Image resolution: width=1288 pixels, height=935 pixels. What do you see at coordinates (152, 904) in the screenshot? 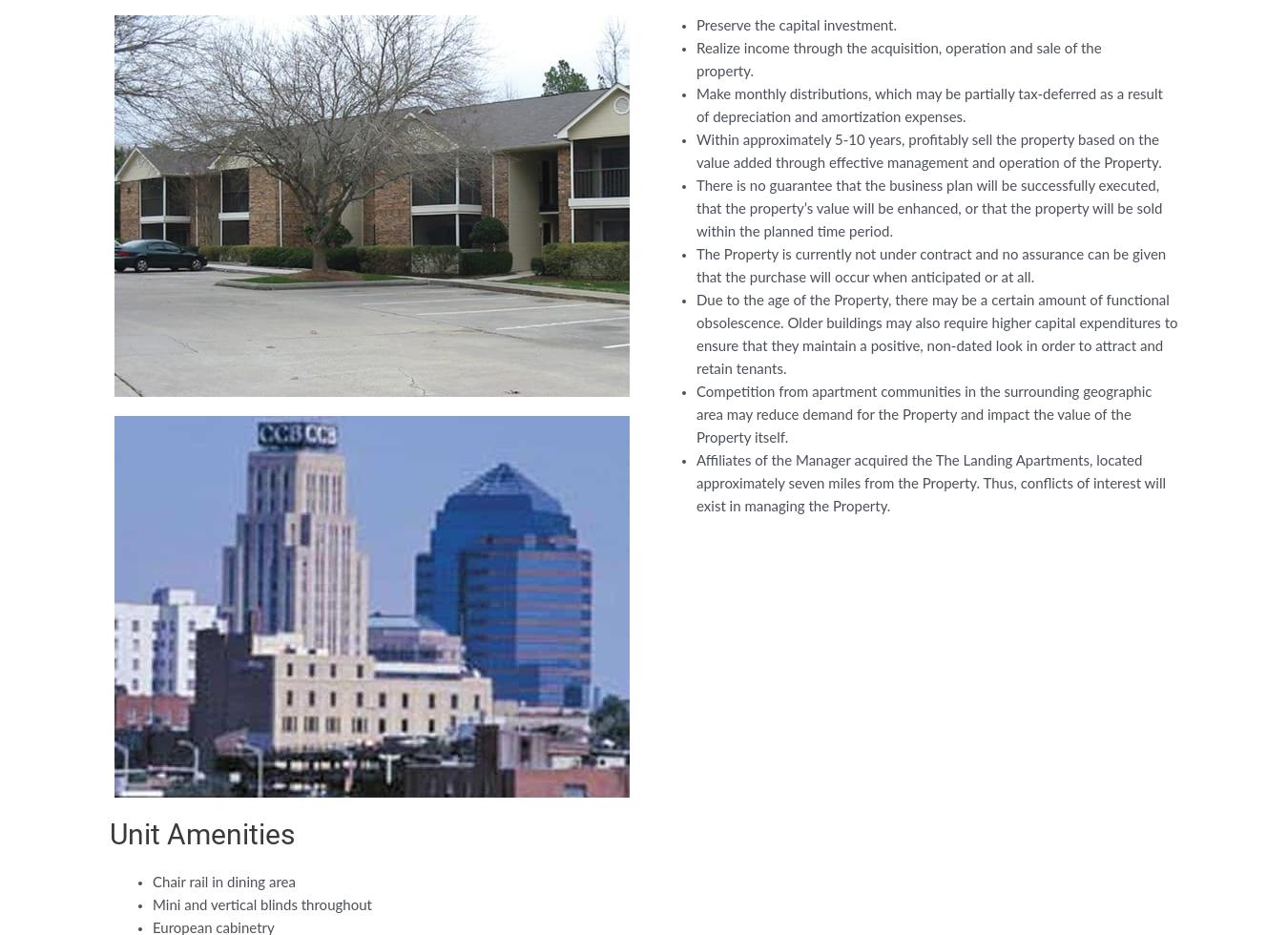
I see `'Mini and vertical blinds throughout'` at bounding box center [152, 904].